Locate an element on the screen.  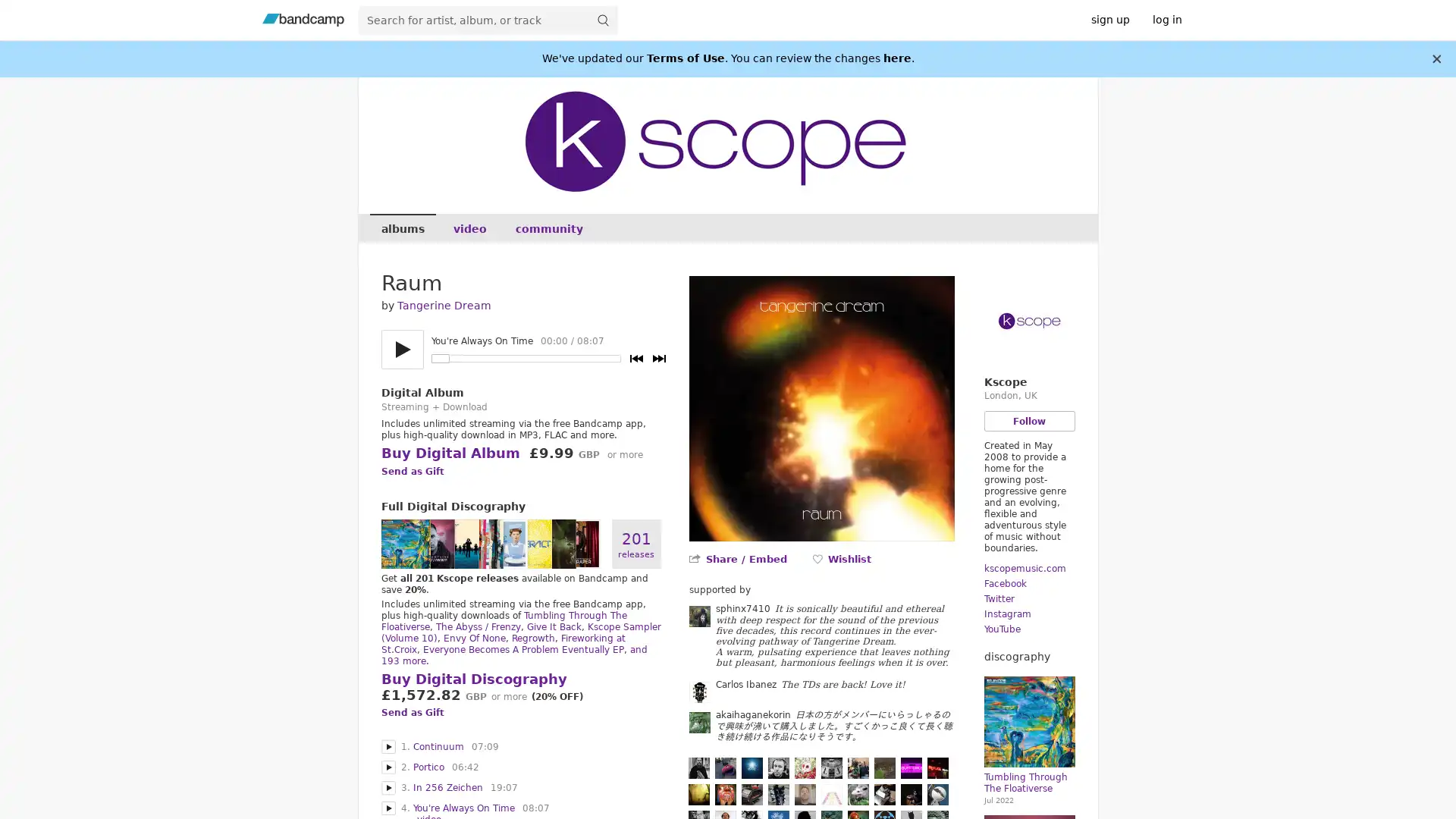
Next track is located at coordinates (658, 359).